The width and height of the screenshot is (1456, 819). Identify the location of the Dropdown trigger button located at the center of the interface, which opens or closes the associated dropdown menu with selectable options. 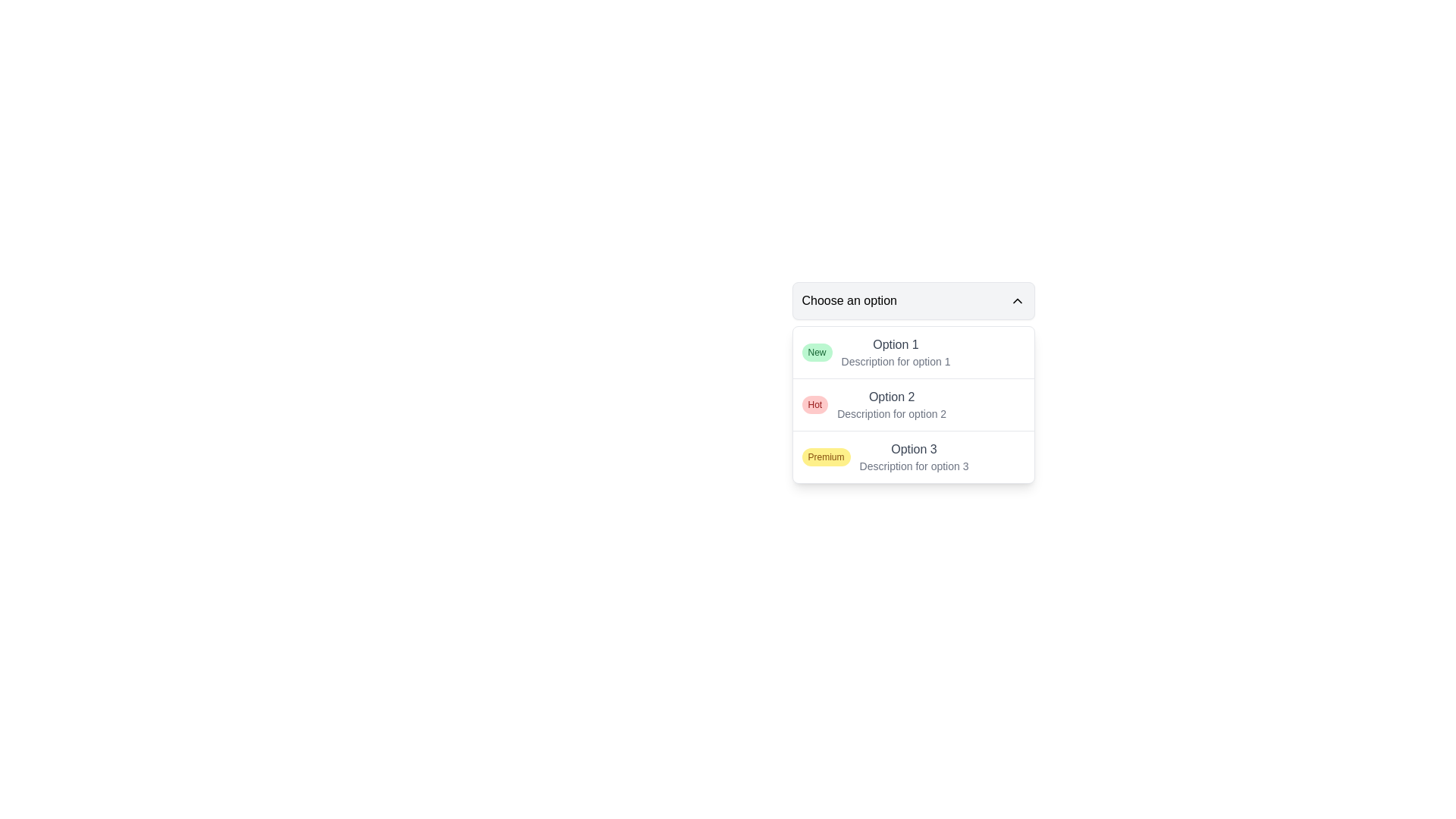
(912, 301).